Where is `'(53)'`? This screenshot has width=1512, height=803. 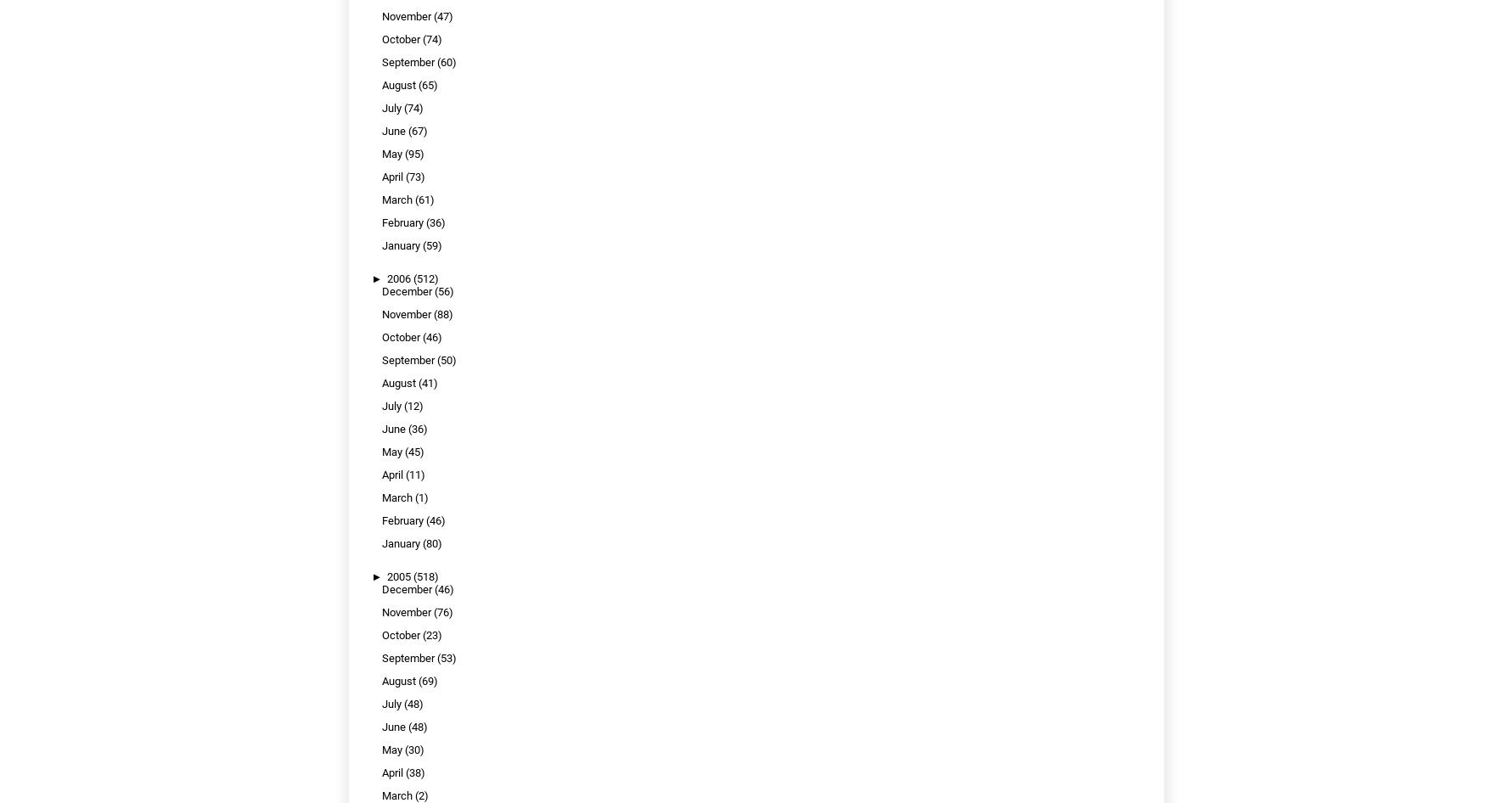 '(53)' is located at coordinates (436, 657).